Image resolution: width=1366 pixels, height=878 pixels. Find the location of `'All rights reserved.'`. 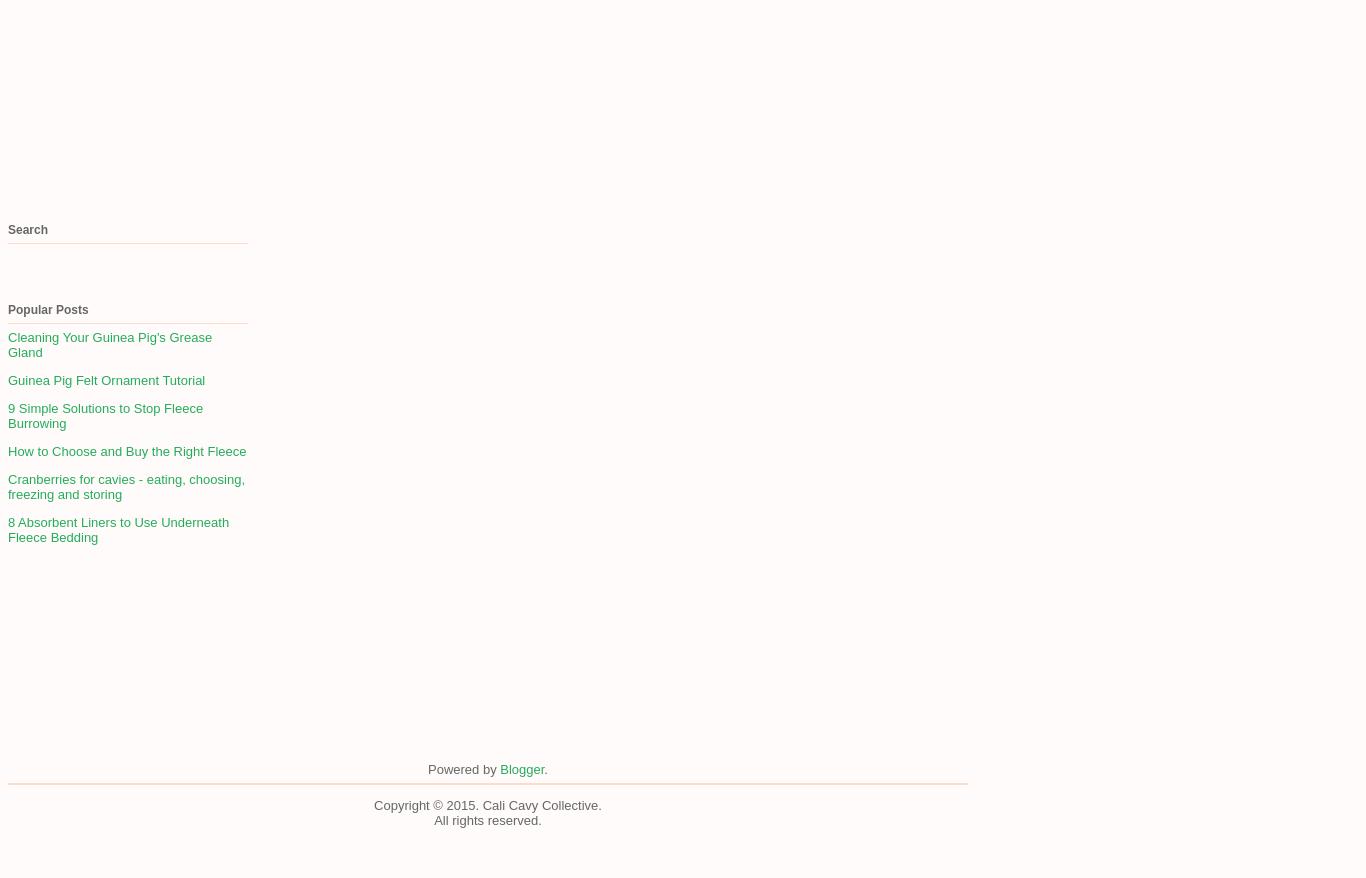

'All rights reserved.' is located at coordinates (487, 819).